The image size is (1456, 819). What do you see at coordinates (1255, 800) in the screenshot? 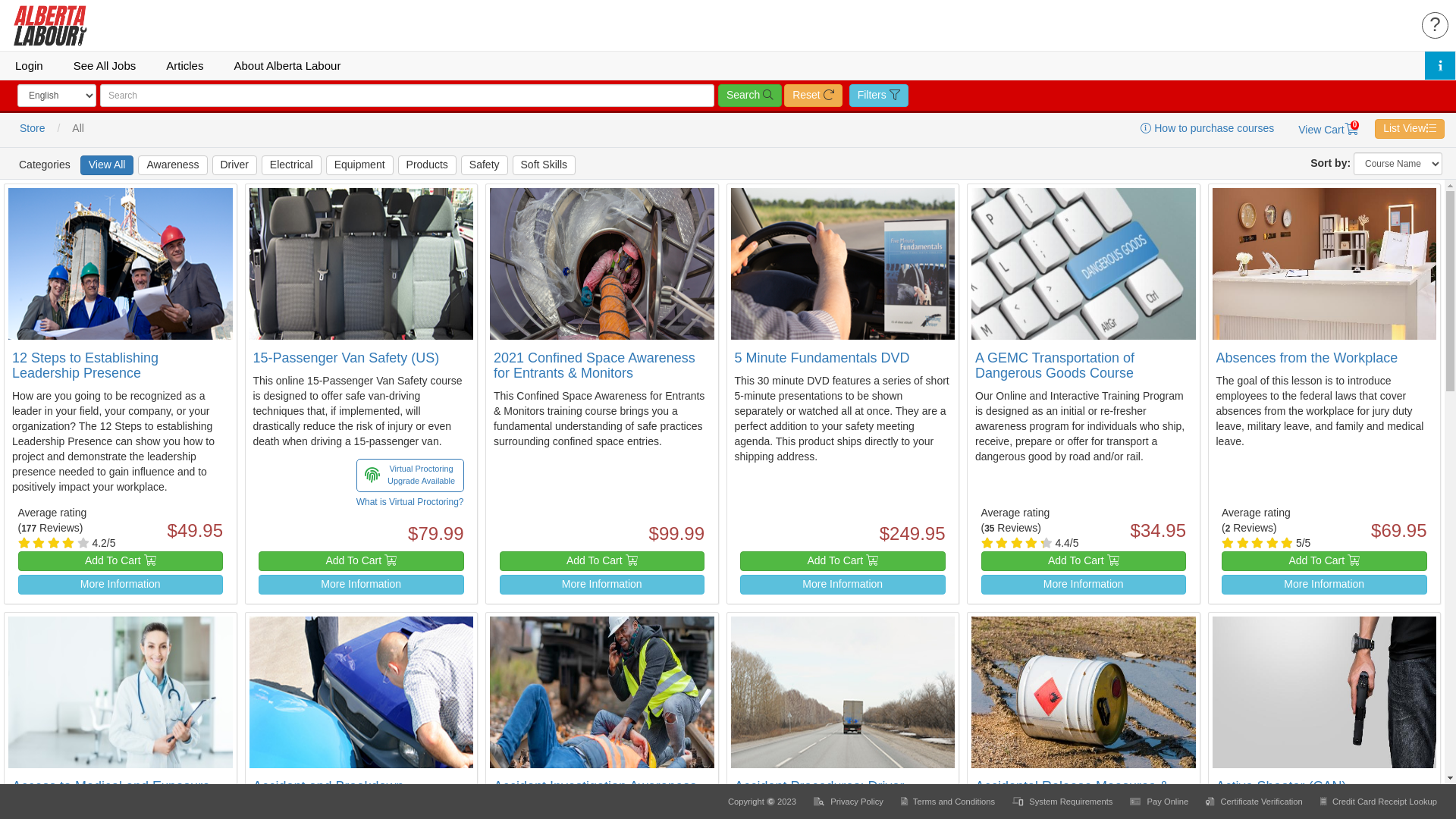
I see `'Certificate Verification'` at bounding box center [1255, 800].